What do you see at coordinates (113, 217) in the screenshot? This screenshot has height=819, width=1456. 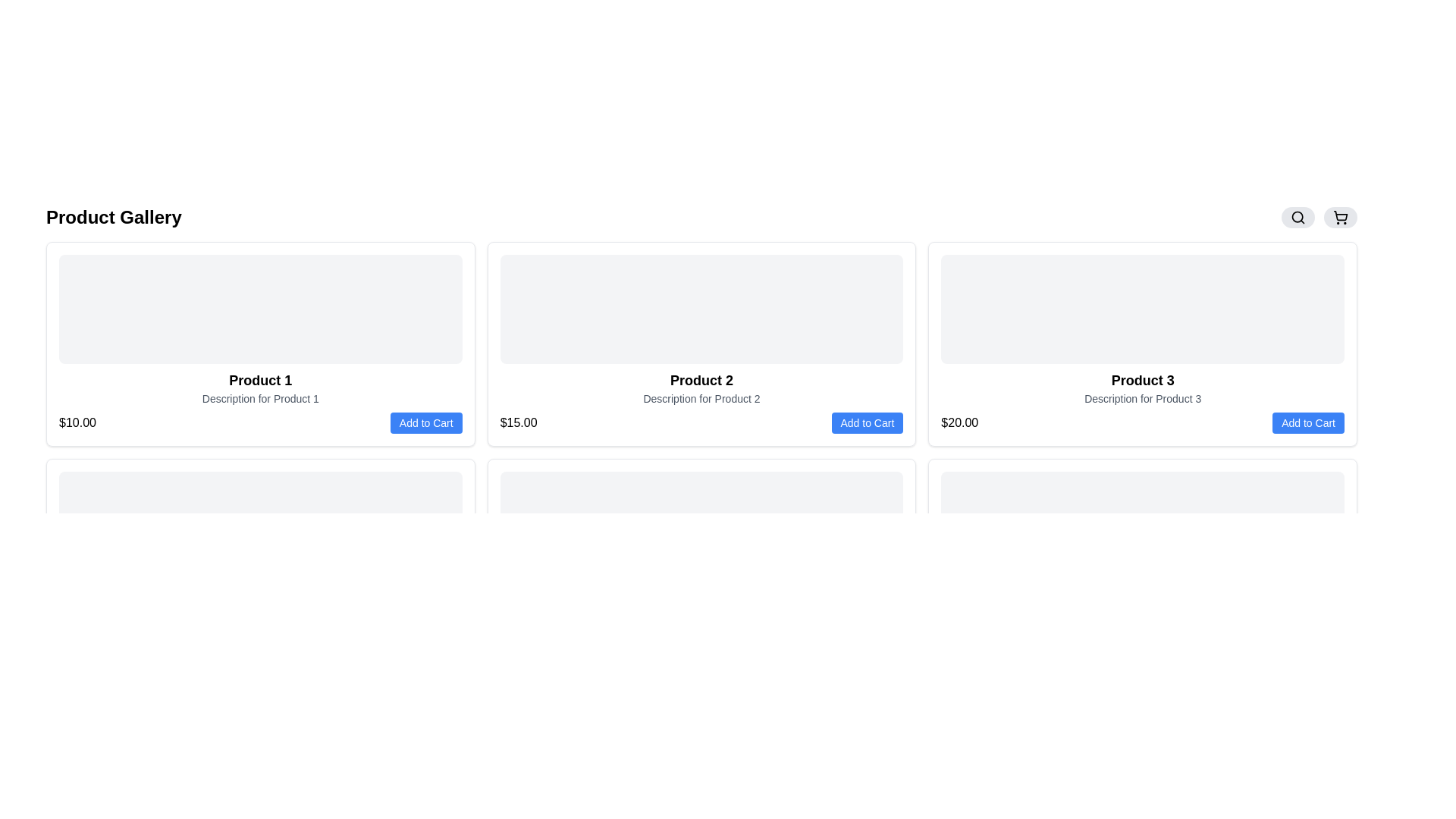 I see `the bold and large-sized text element labeled 'Product Gallery', which is located at the top-left area of the interface, above the product thumbnails` at bounding box center [113, 217].